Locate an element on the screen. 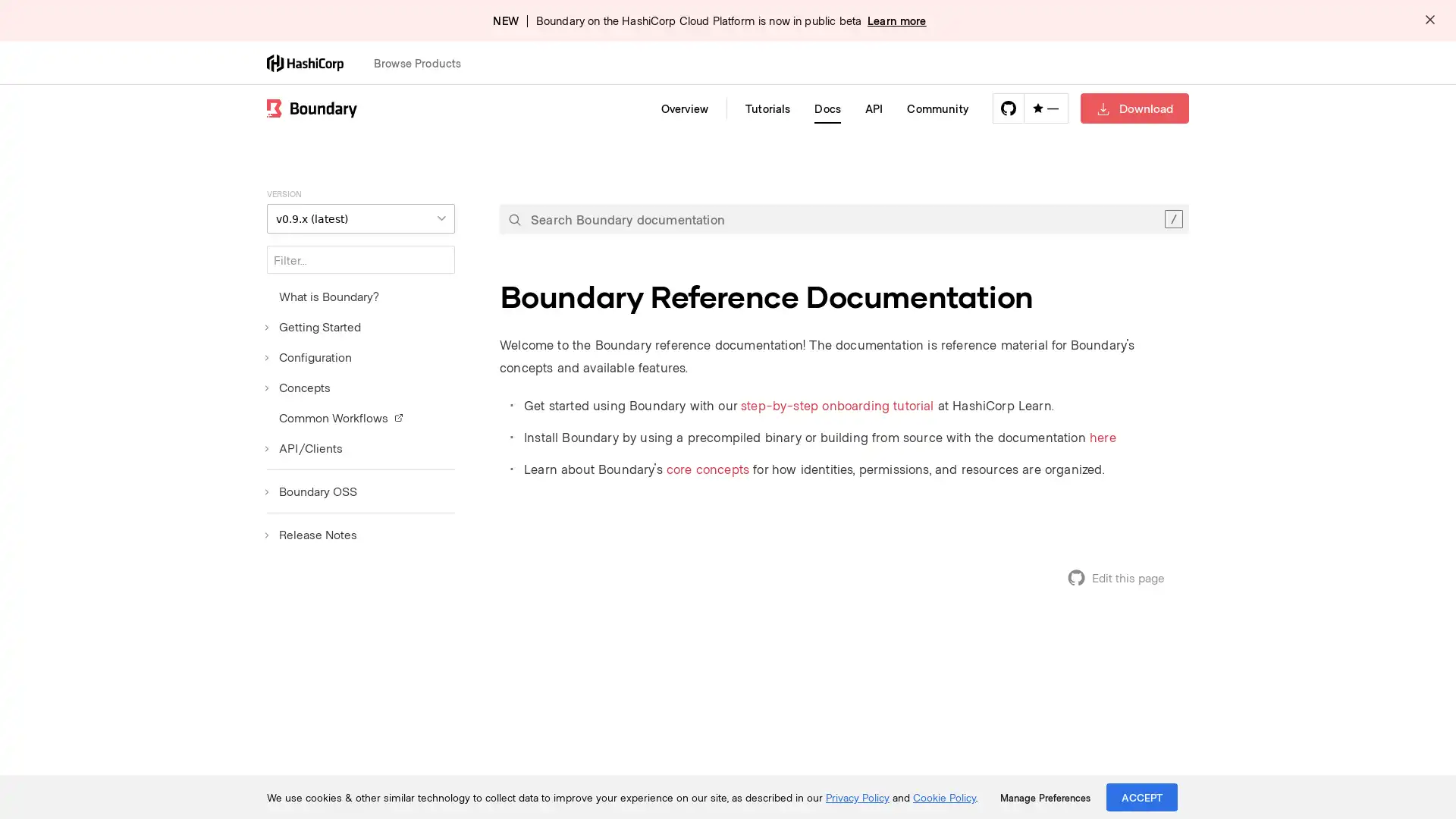  Browse Products Open this menu is located at coordinates (424, 62).